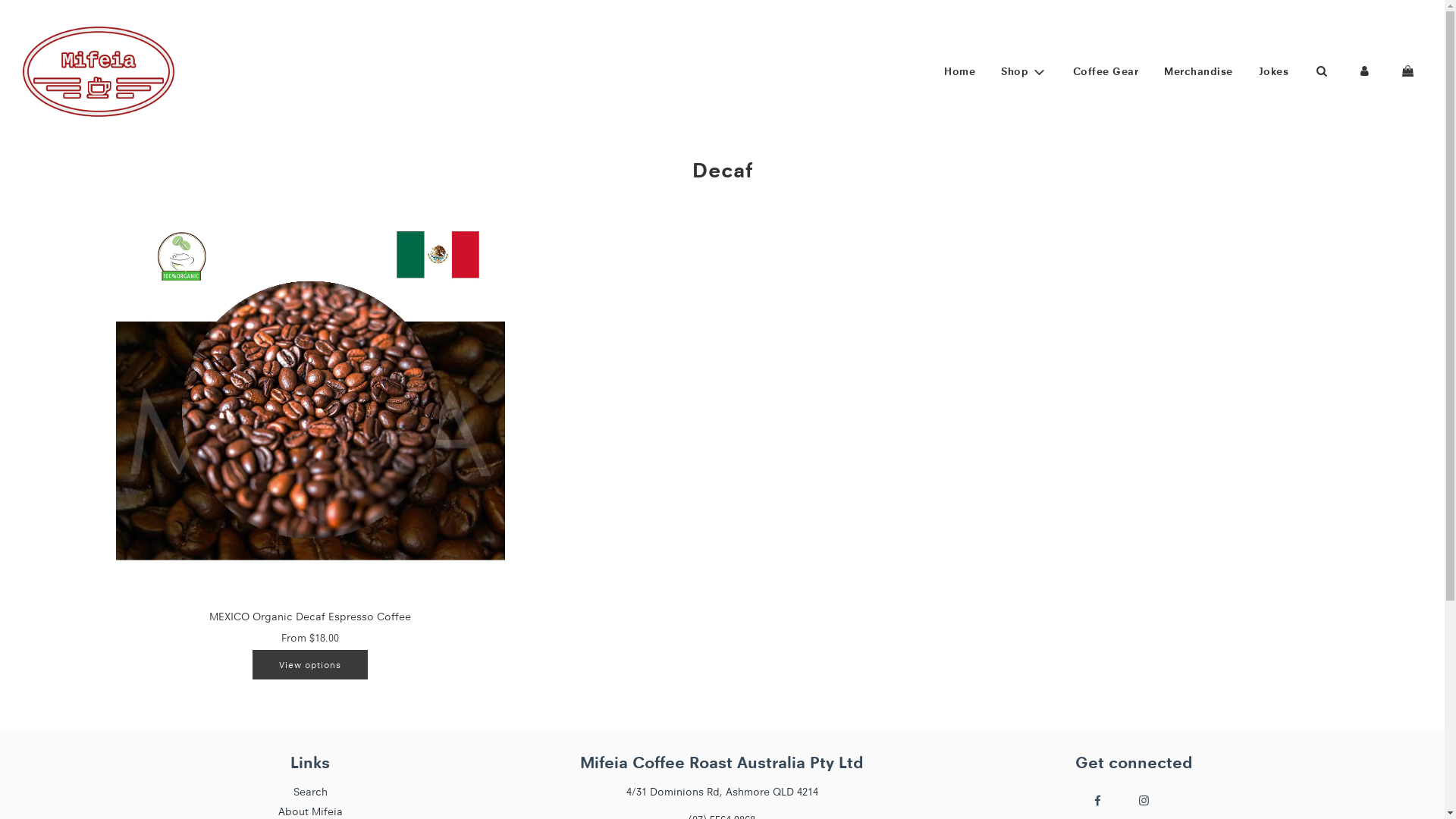  Describe the element at coordinates (1273, 71) in the screenshot. I see `'Jokes'` at that location.